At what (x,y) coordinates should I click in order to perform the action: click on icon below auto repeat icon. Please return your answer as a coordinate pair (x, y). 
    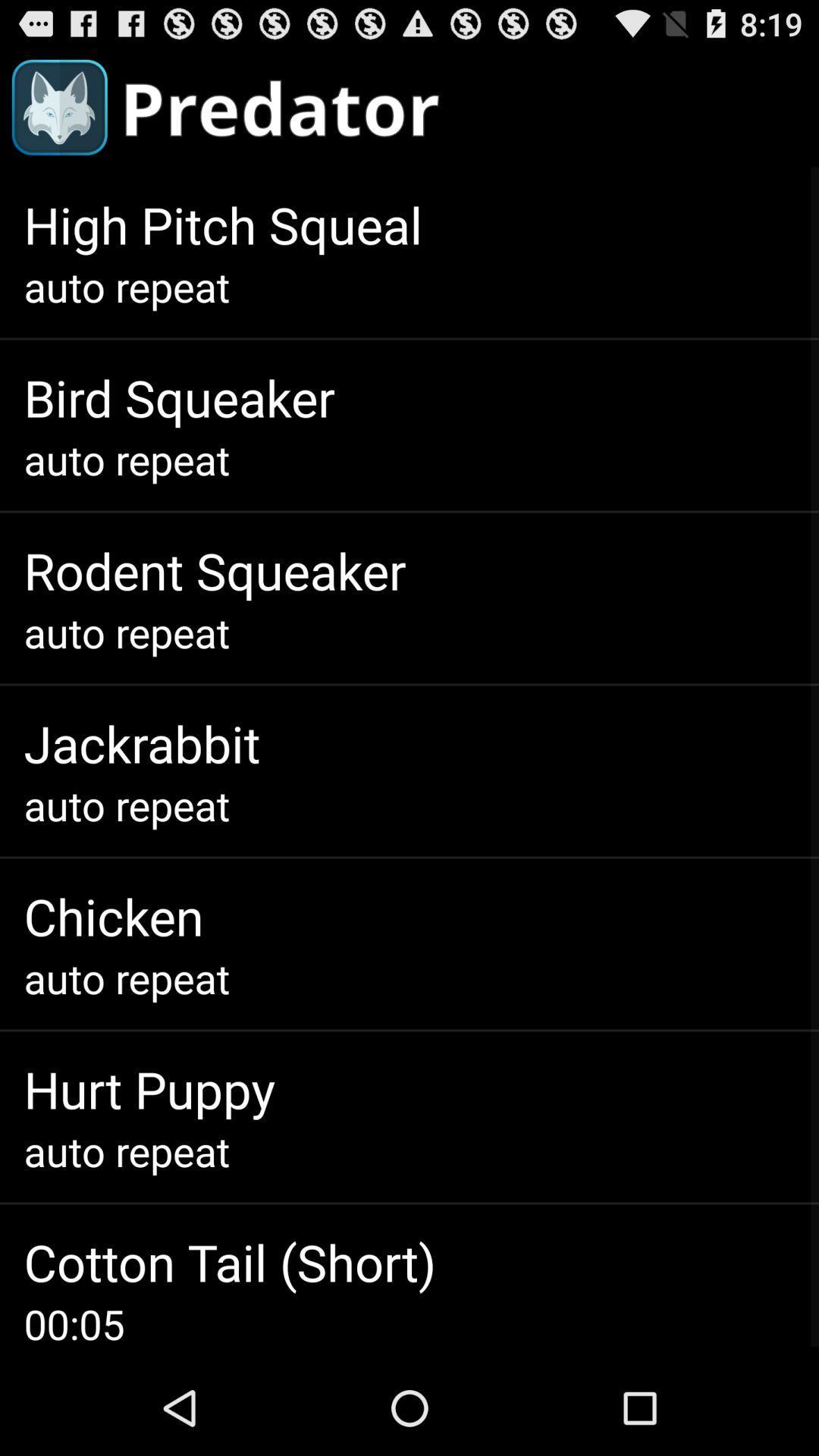
    Looking at the image, I should click on (230, 1262).